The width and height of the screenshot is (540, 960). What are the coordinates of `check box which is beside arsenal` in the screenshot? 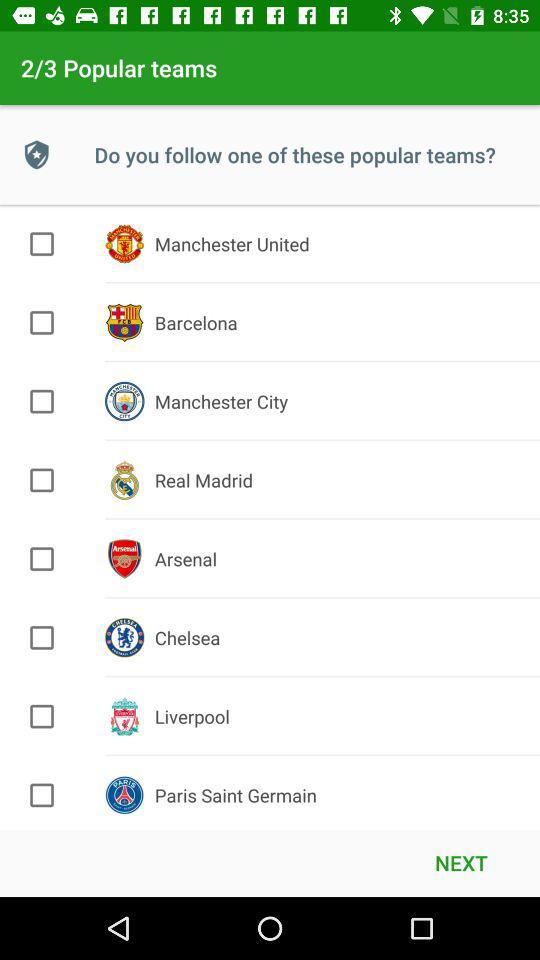 It's located at (42, 559).